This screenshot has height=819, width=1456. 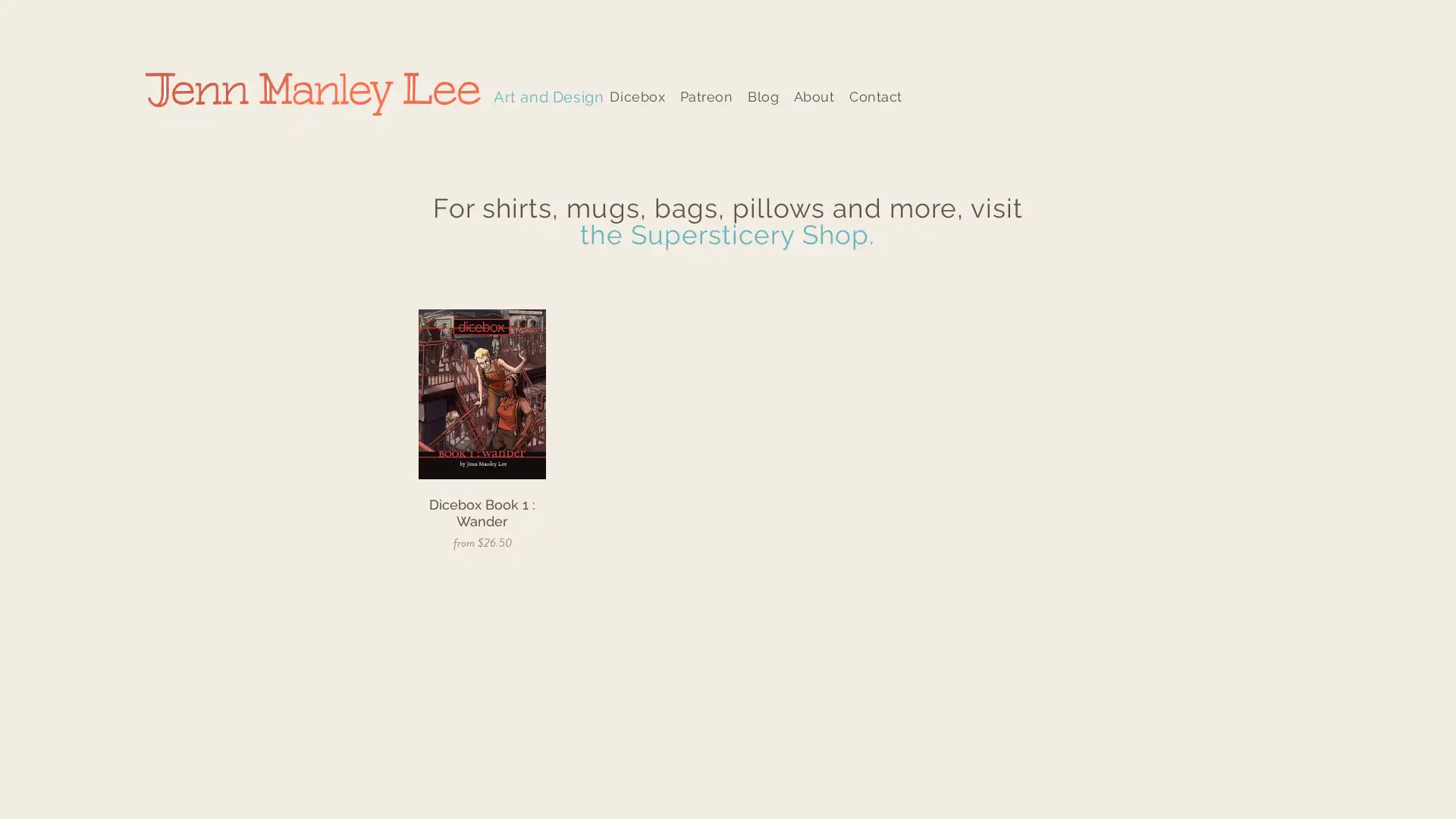 I want to click on QUICK VIEW, so click(x=481, y=519).